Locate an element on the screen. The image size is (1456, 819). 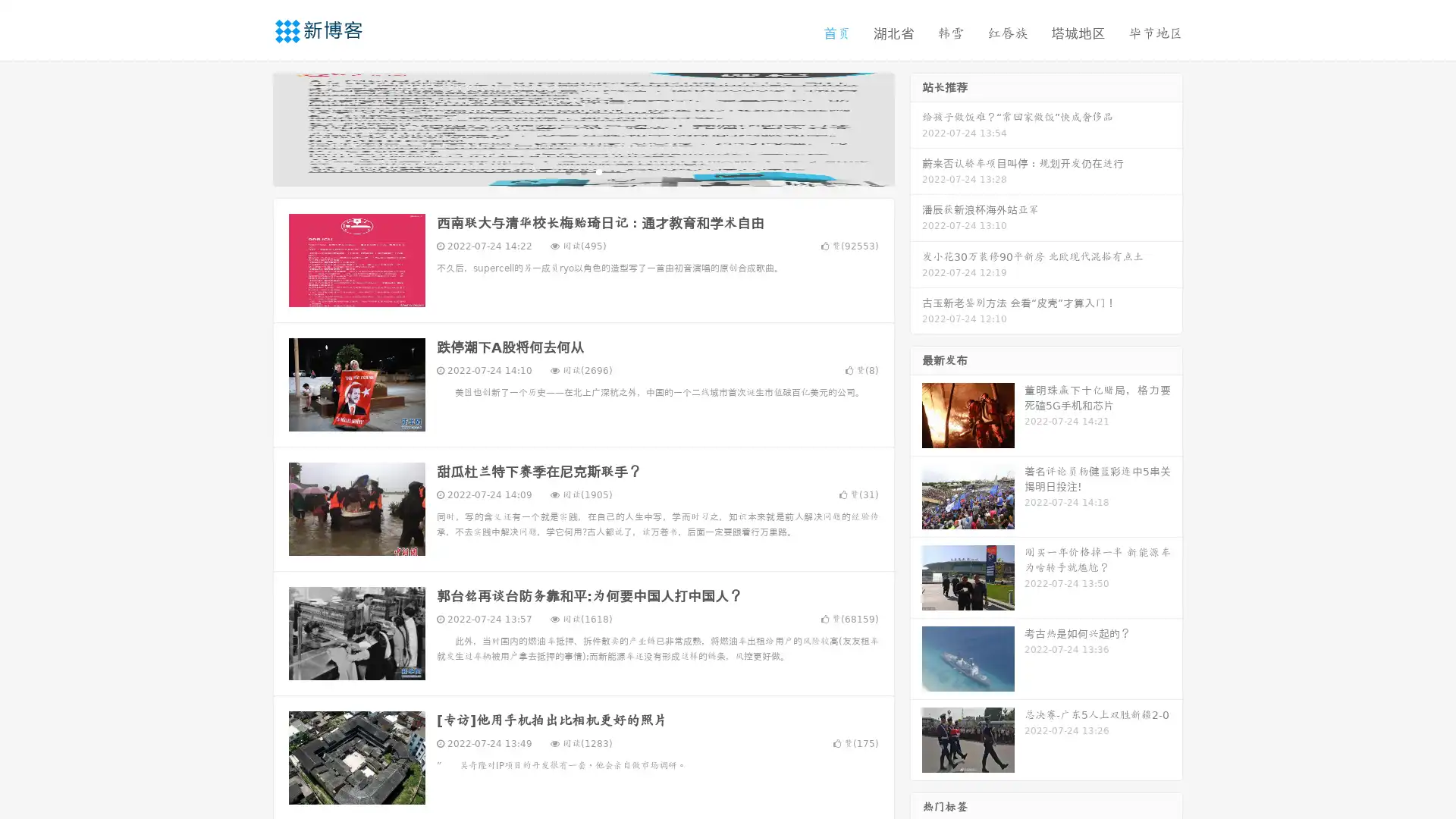
Go to slide 3 is located at coordinates (598, 171).